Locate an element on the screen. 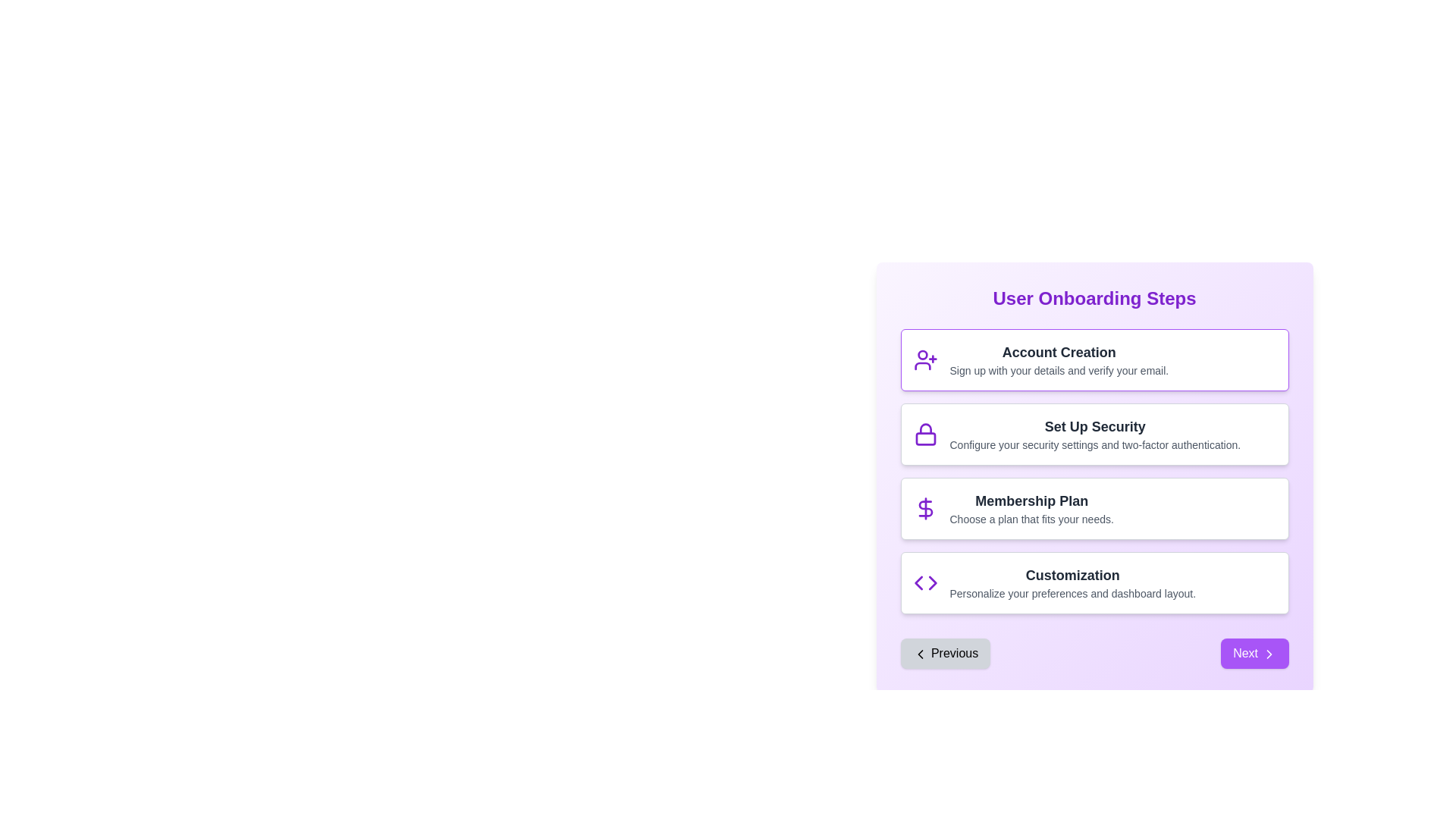 The width and height of the screenshot is (1456, 819). the 'Account Creation' icon located in the top-left corner of the 'Account Creation' card is located at coordinates (924, 359).